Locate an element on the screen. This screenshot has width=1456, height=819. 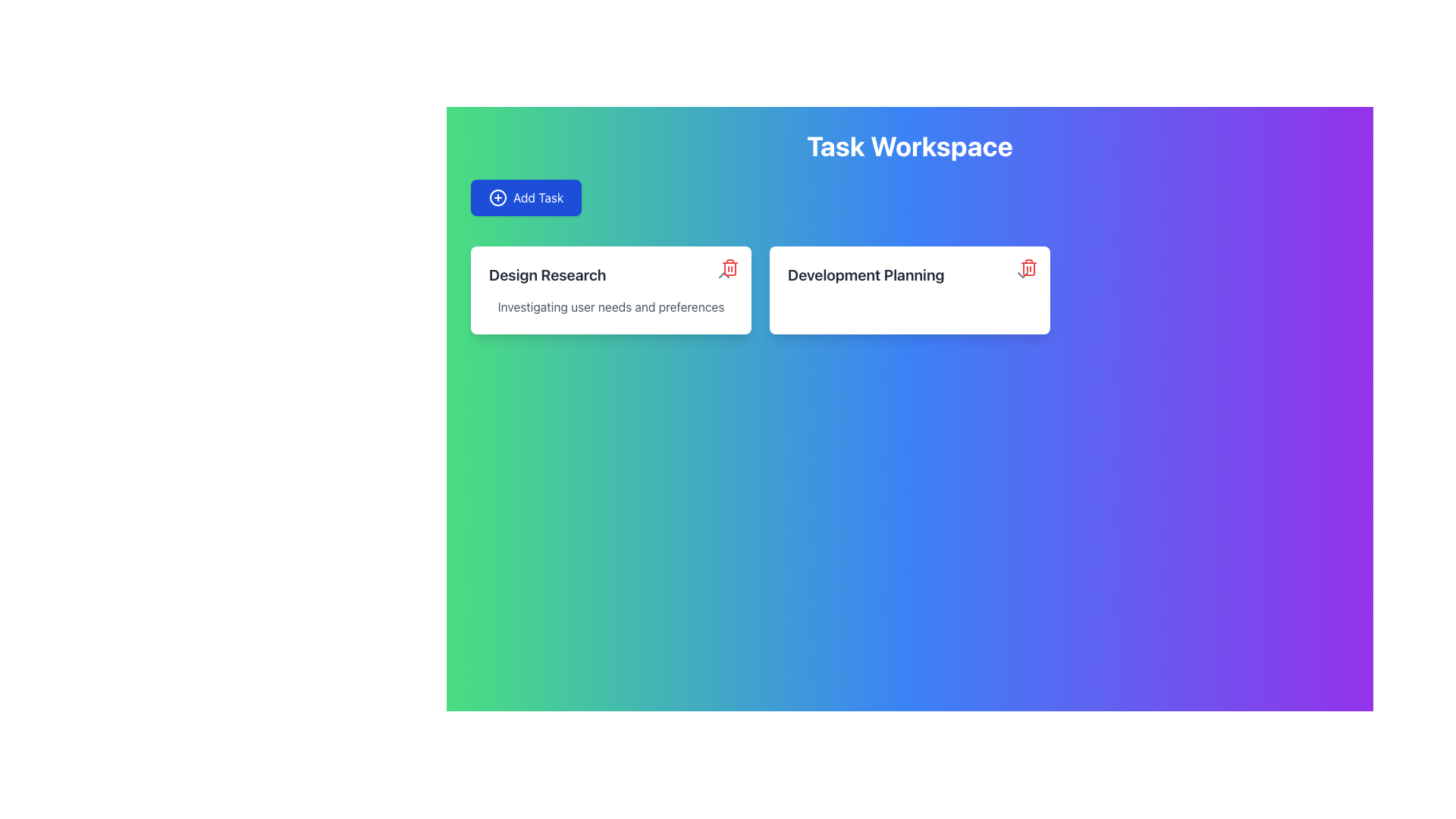
the trash icon button styled with a red color scheme located at the top-right corner of the 'Design Research' card is located at coordinates (730, 267).